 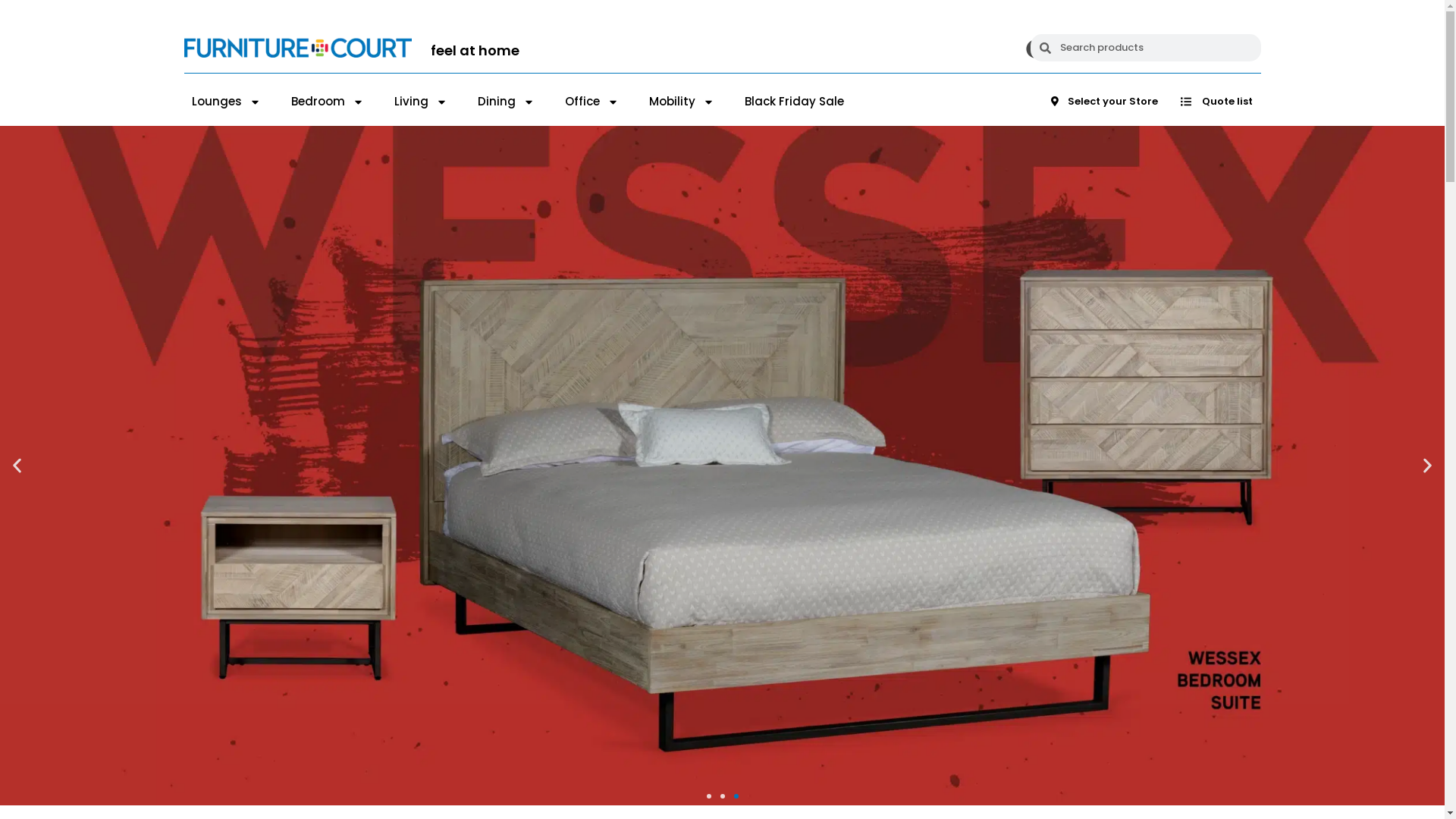 I want to click on 'Lounges', so click(x=224, y=102).